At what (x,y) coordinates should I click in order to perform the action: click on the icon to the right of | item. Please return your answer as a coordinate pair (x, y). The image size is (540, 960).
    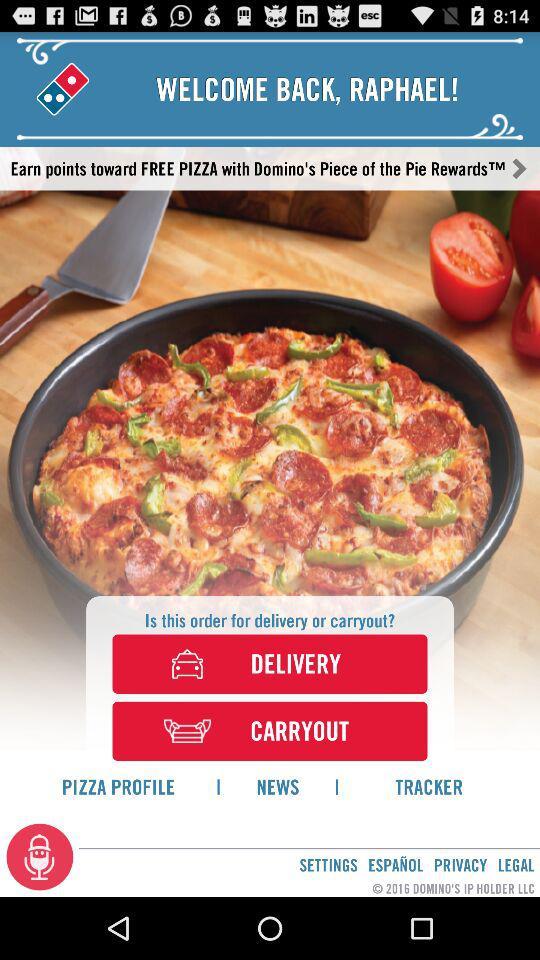
    Looking at the image, I should click on (428, 786).